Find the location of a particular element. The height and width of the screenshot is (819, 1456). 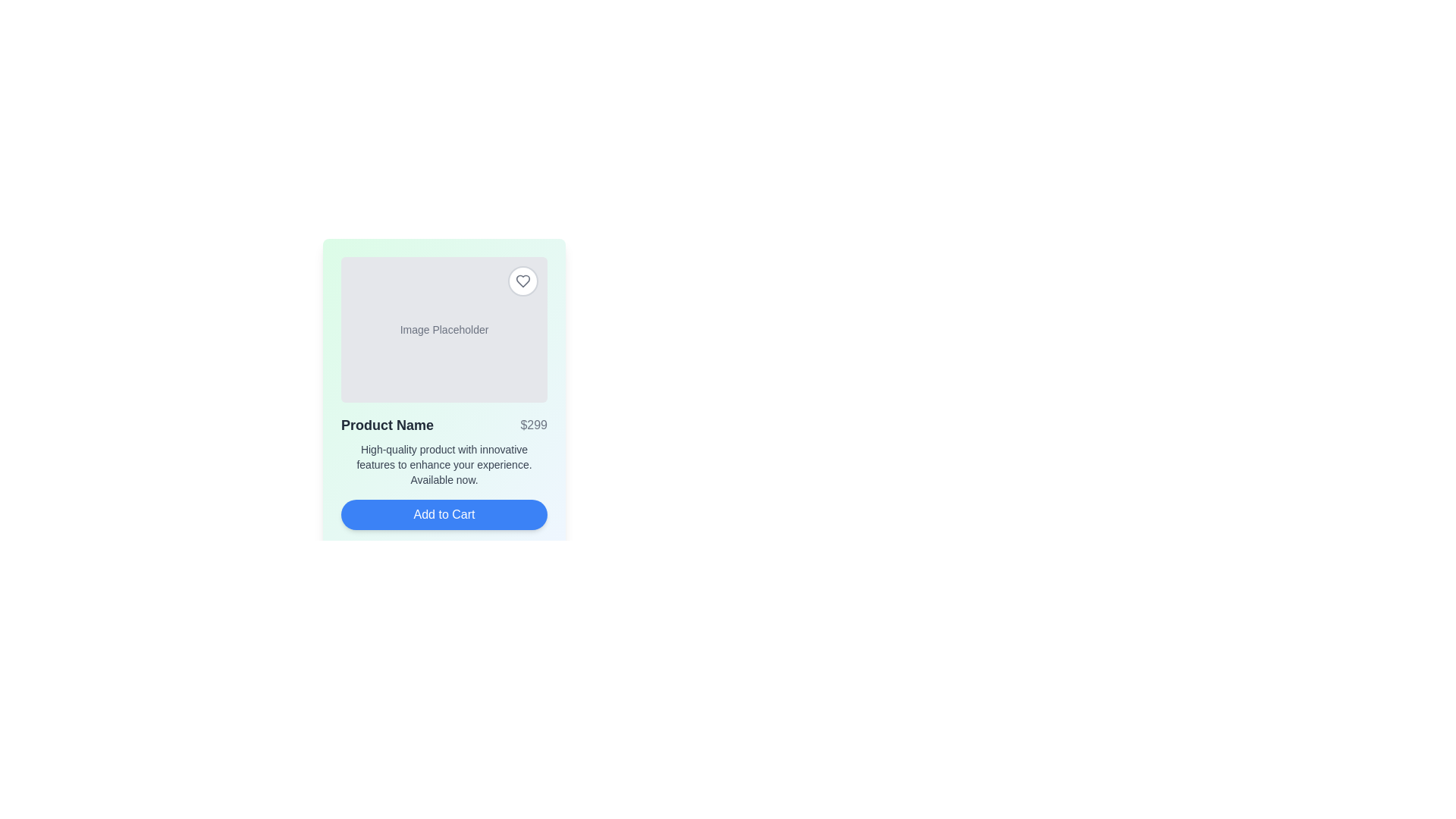

the static display area with a light gray background that contains the text 'Image Placeholder' in its center is located at coordinates (443, 329).